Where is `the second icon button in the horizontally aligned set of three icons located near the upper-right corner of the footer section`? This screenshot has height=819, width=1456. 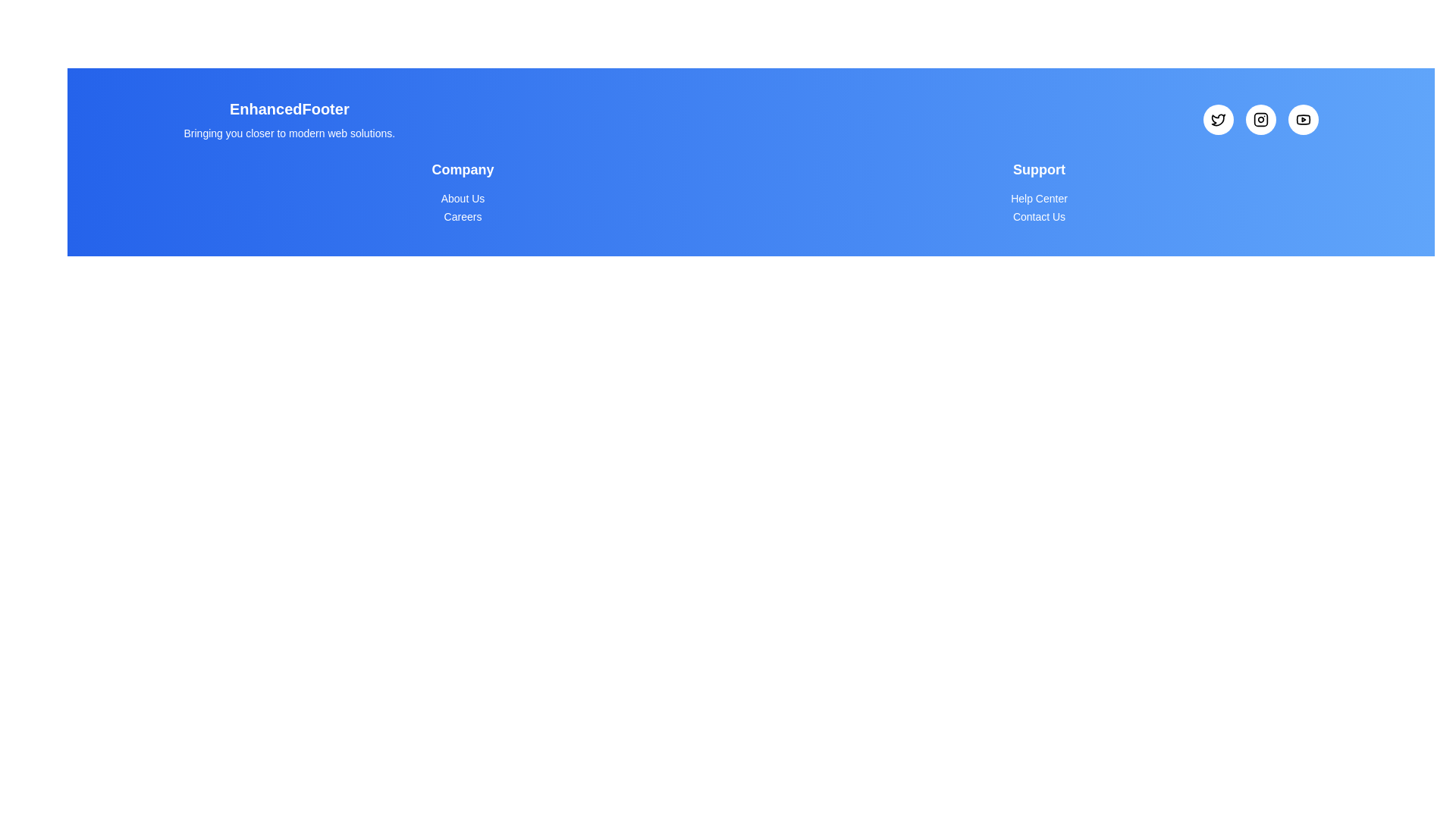 the second icon button in the horizontally aligned set of three icons located near the upper-right corner of the footer section is located at coordinates (1260, 119).